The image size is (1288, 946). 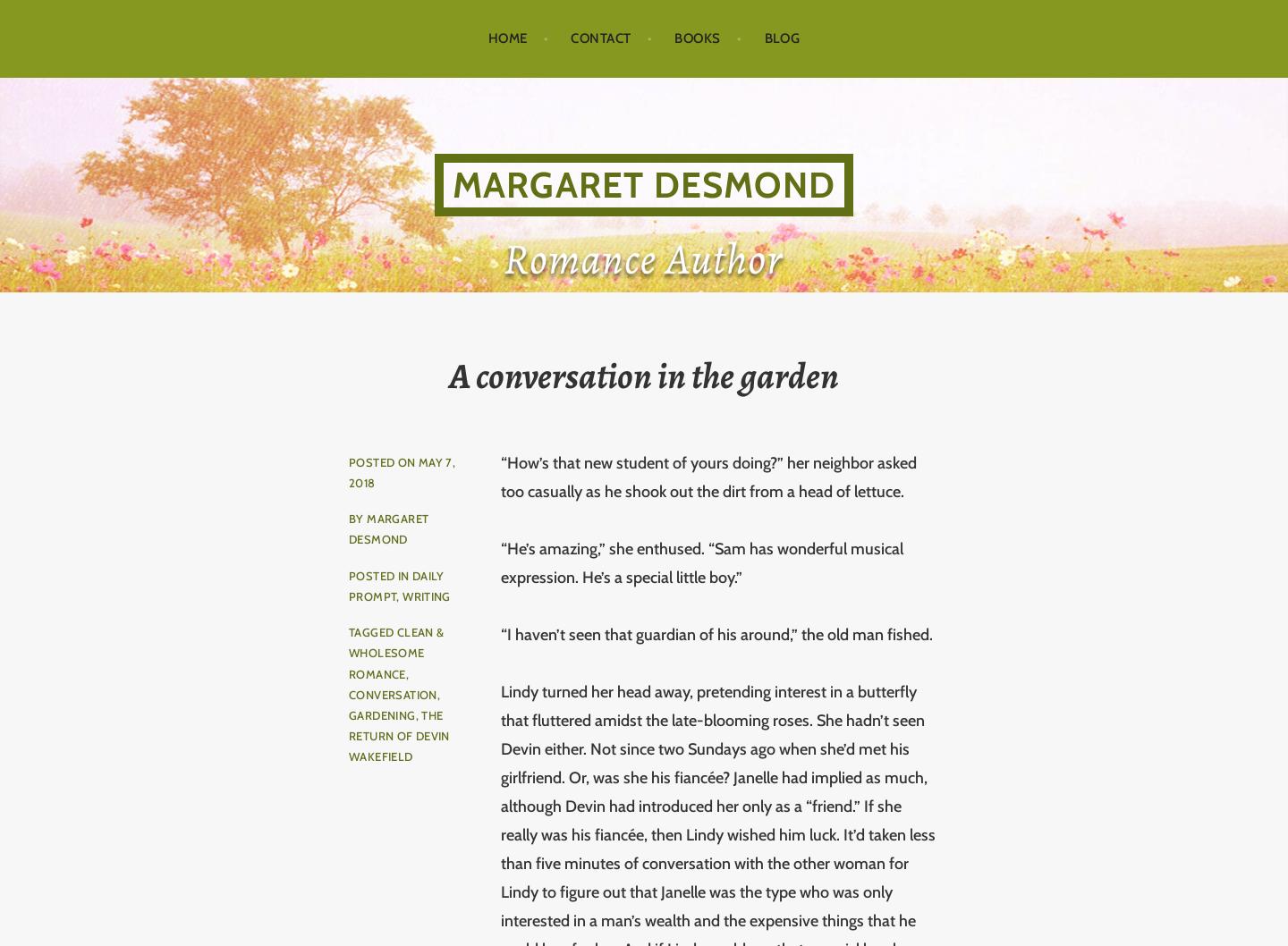 I want to click on 'by', so click(x=357, y=518).